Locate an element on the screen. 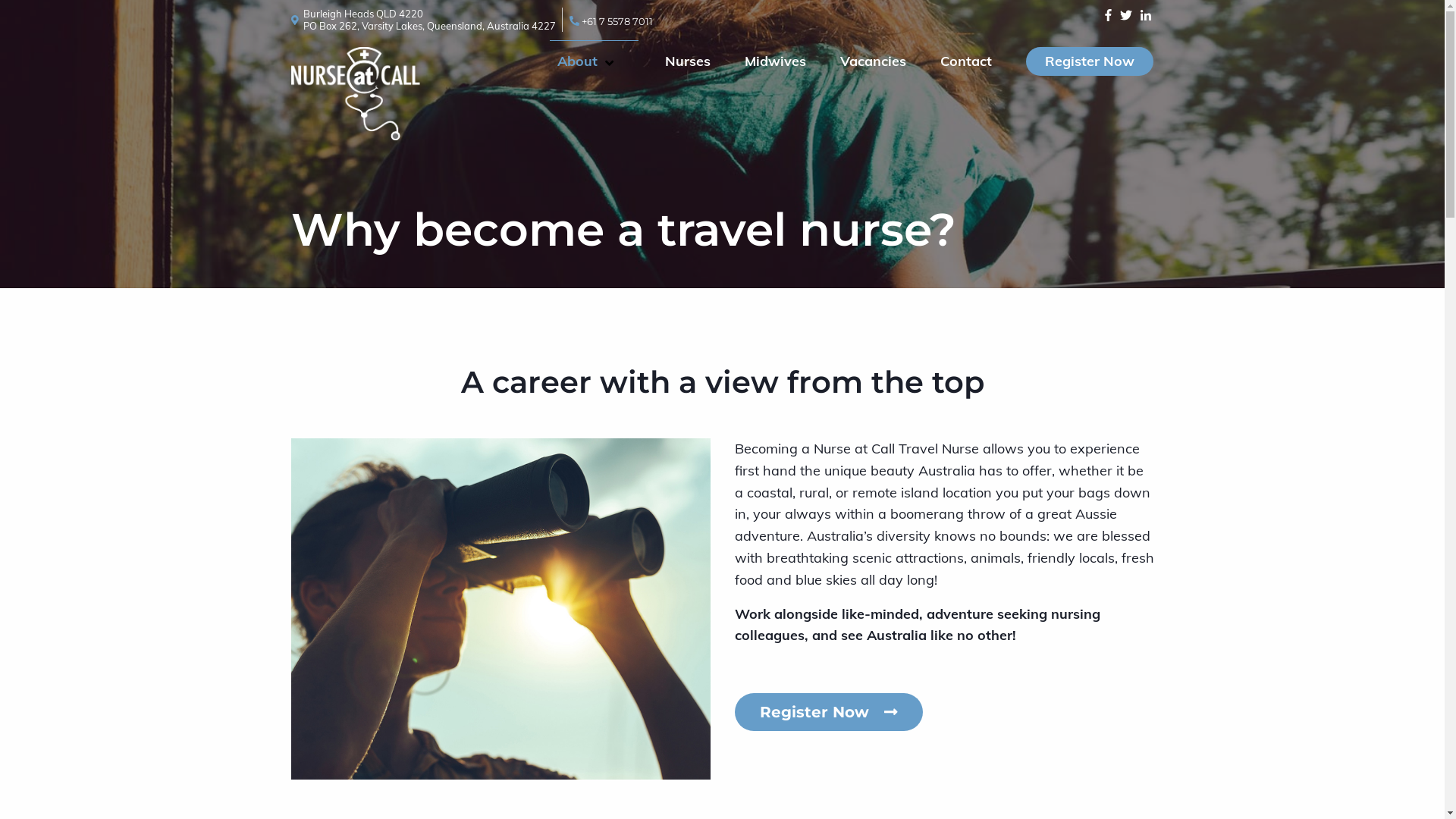 The width and height of the screenshot is (1456, 819). 'Vacancies' is located at coordinates (873, 61).